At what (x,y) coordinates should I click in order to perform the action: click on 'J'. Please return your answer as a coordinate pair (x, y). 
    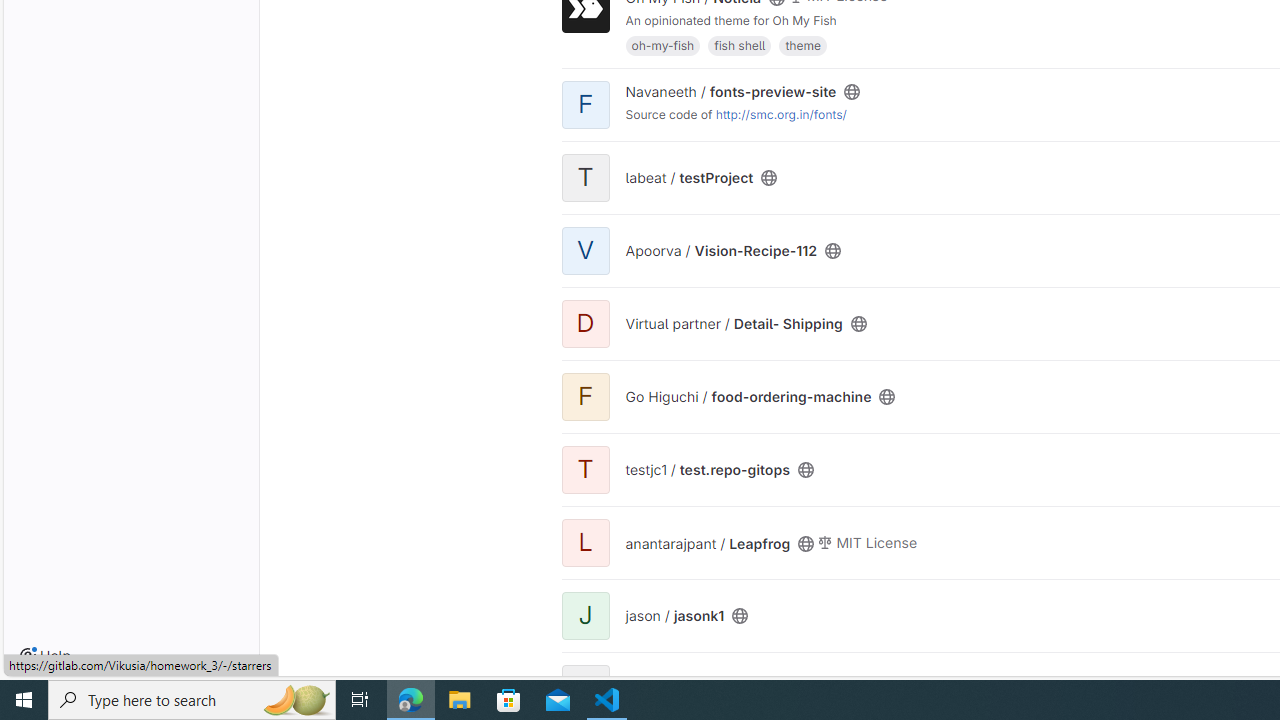
    Looking at the image, I should click on (584, 614).